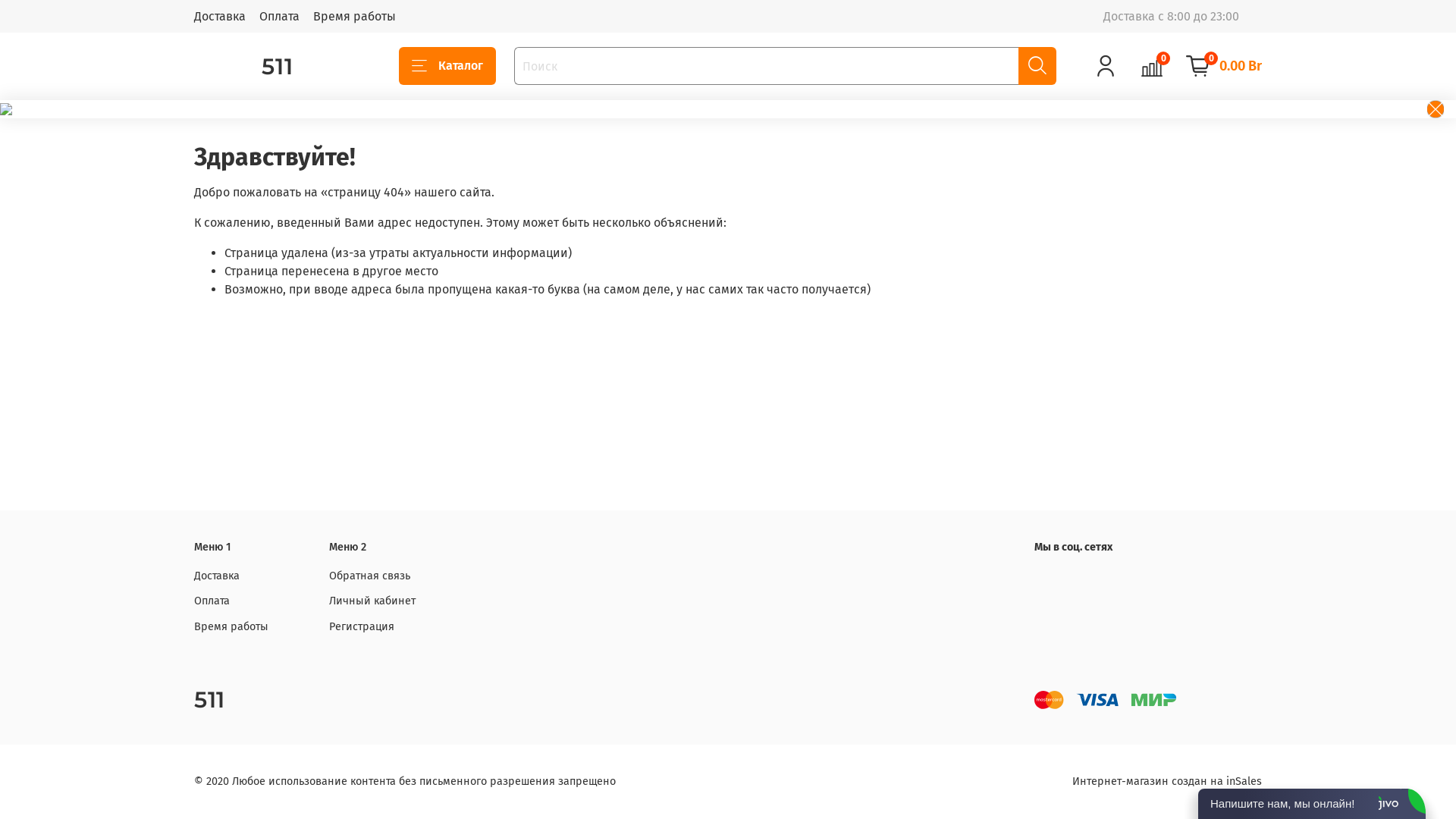 Image resolution: width=1456 pixels, height=819 pixels. What do you see at coordinates (1223, 65) in the screenshot?
I see `'0` at bounding box center [1223, 65].